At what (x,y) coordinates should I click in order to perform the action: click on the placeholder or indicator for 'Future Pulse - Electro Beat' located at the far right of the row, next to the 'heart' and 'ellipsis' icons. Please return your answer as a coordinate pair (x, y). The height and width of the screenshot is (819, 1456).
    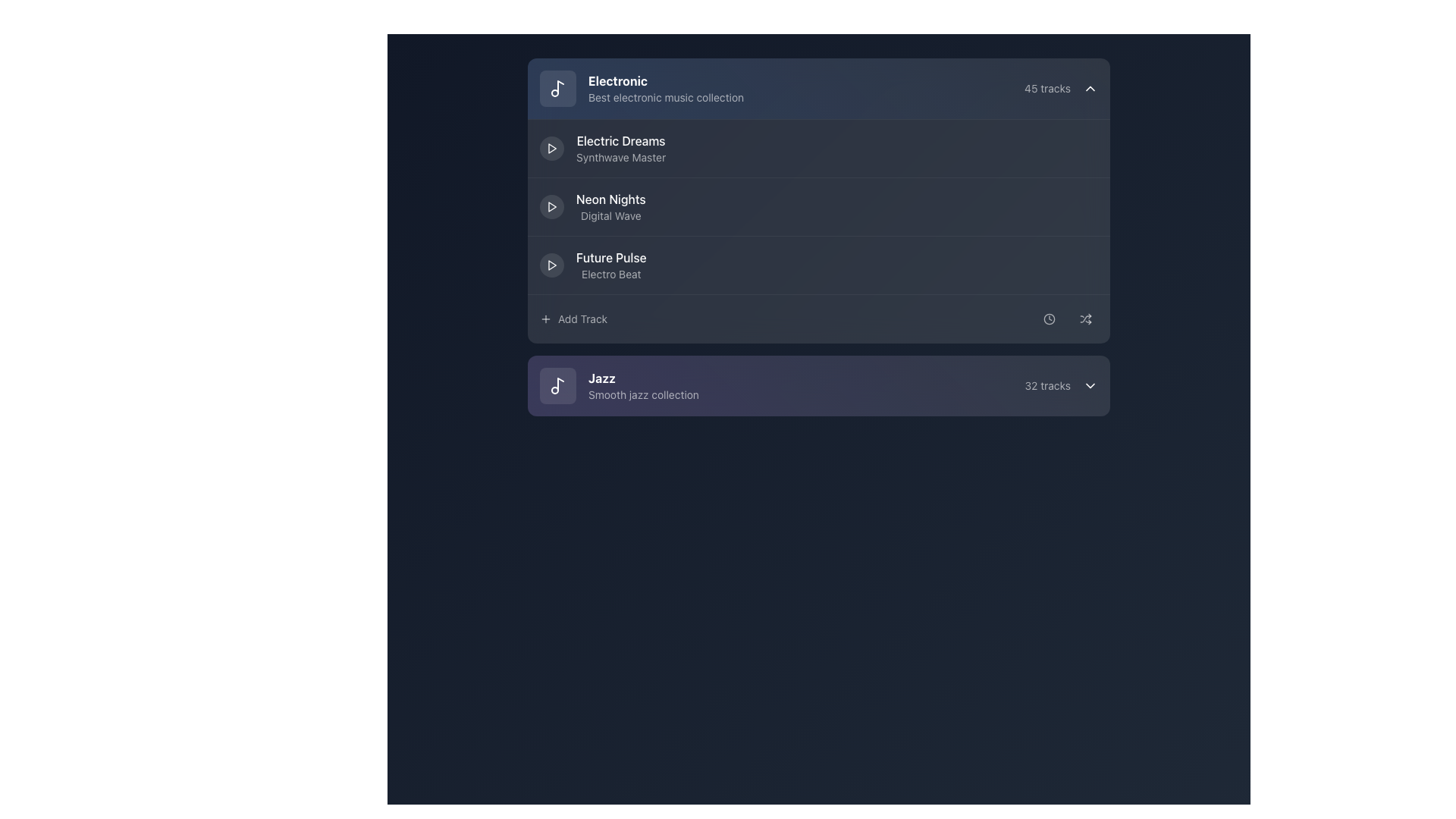
    Looking at the image, I should click on (1050, 265).